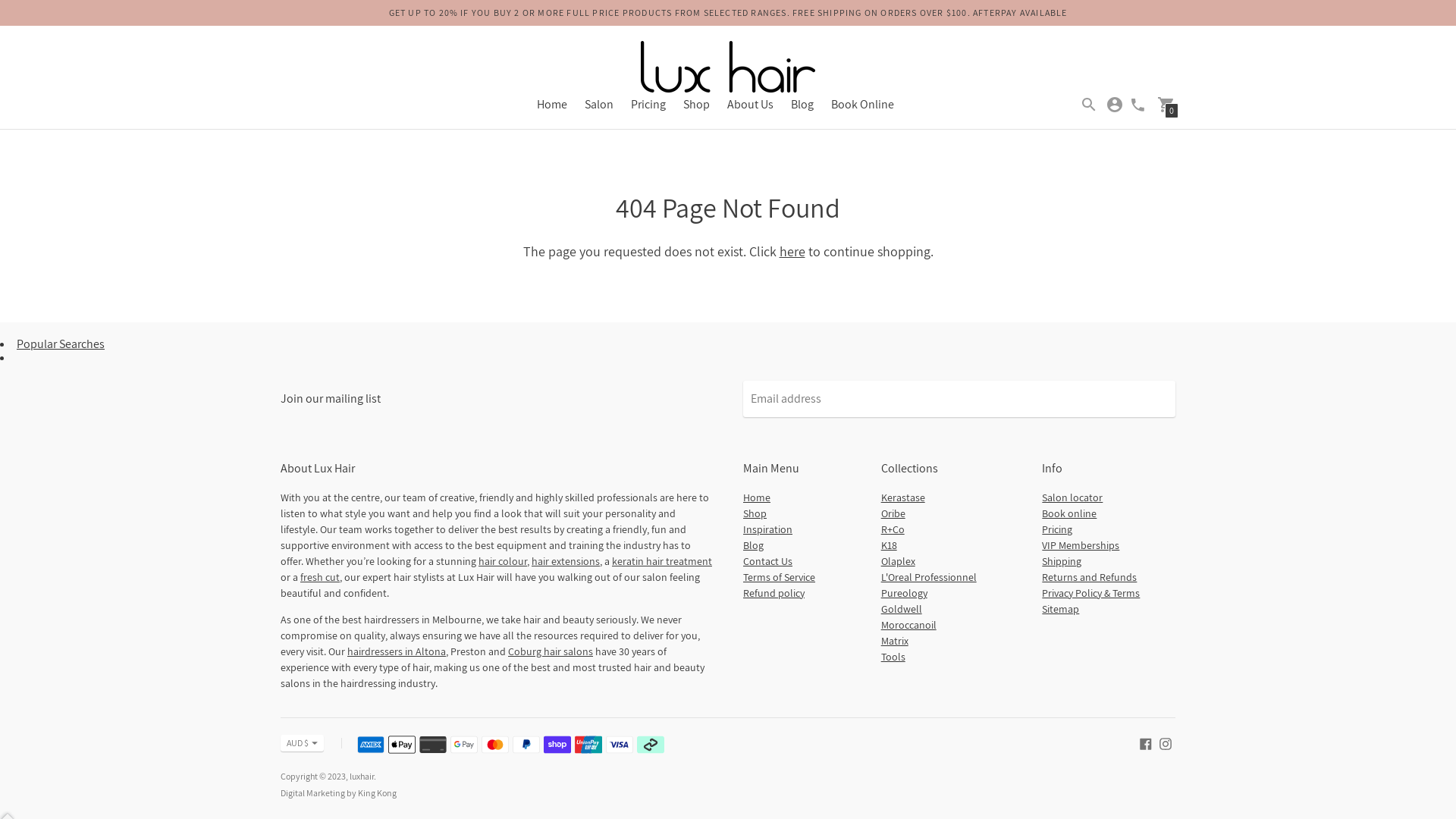 The image size is (1456, 819). What do you see at coordinates (319, 576) in the screenshot?
I see `'fresh cut'` at bounding box center [319, 576].